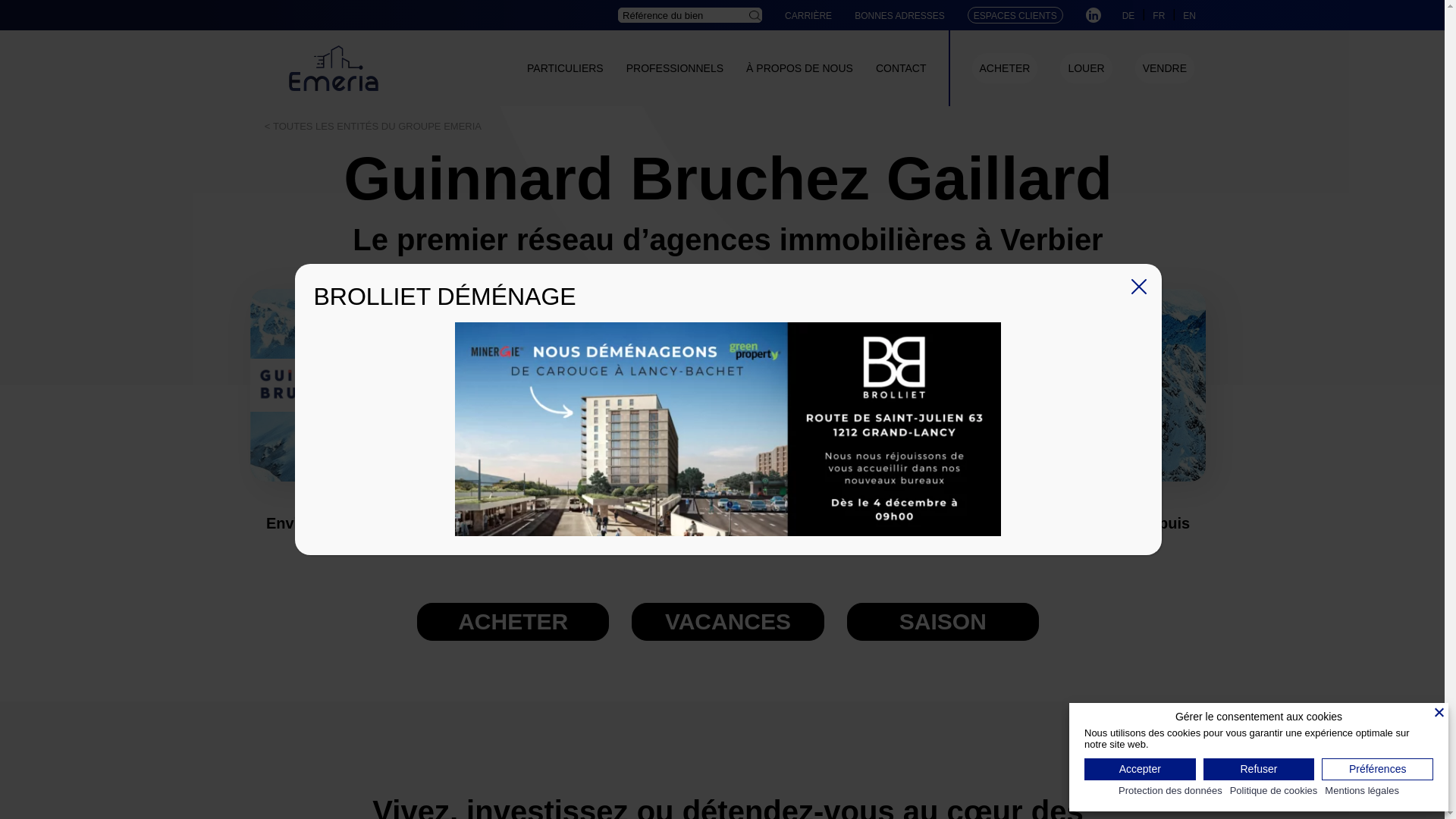 The height and width of the screenshot is (819, 1456). What do you see at coordinates (847, 622) in the screenshot?
I see `'SAISON'` at bounding box center [847, 622].